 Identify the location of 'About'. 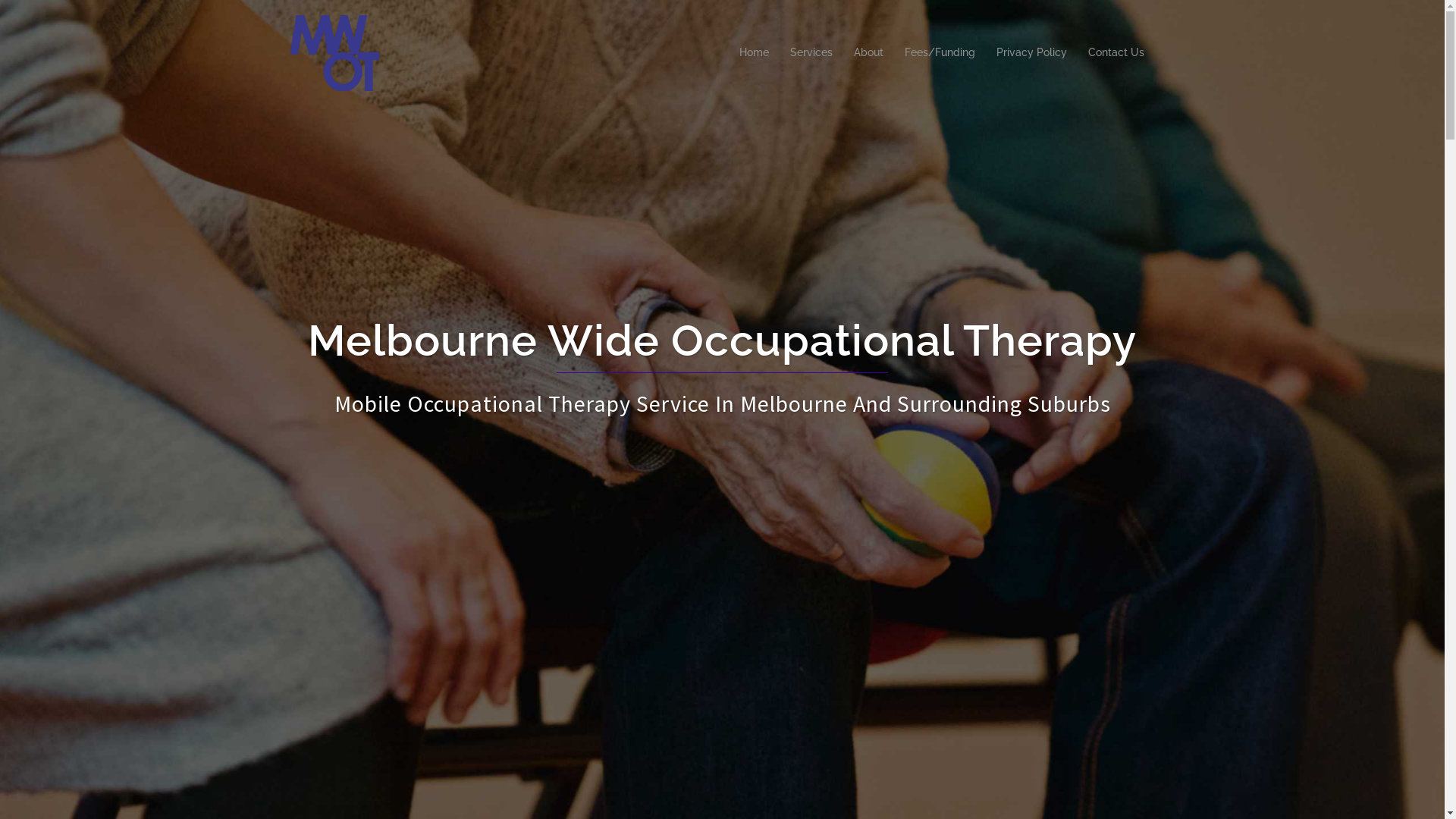
(868, 52).